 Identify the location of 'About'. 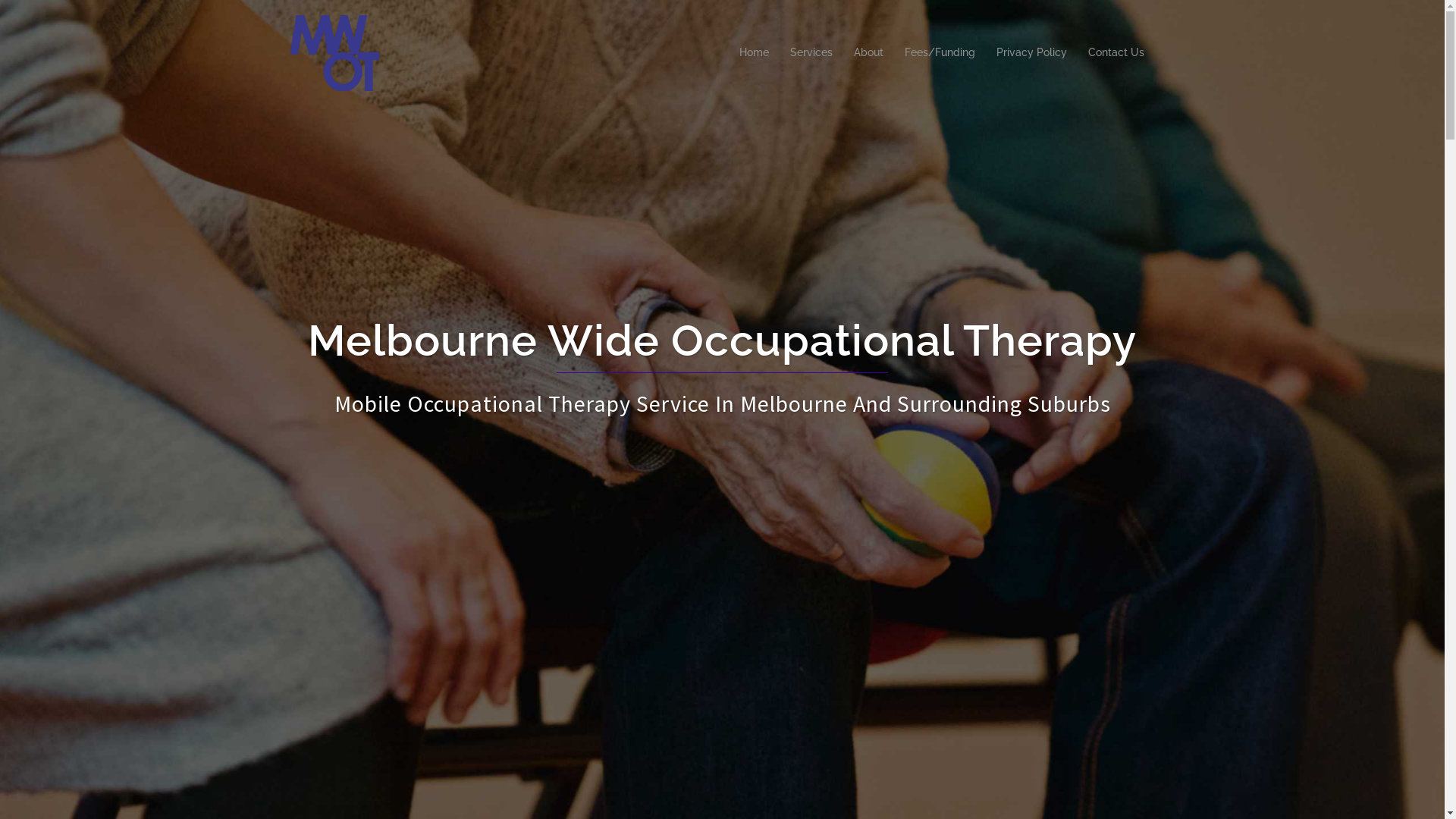
(868, 52).